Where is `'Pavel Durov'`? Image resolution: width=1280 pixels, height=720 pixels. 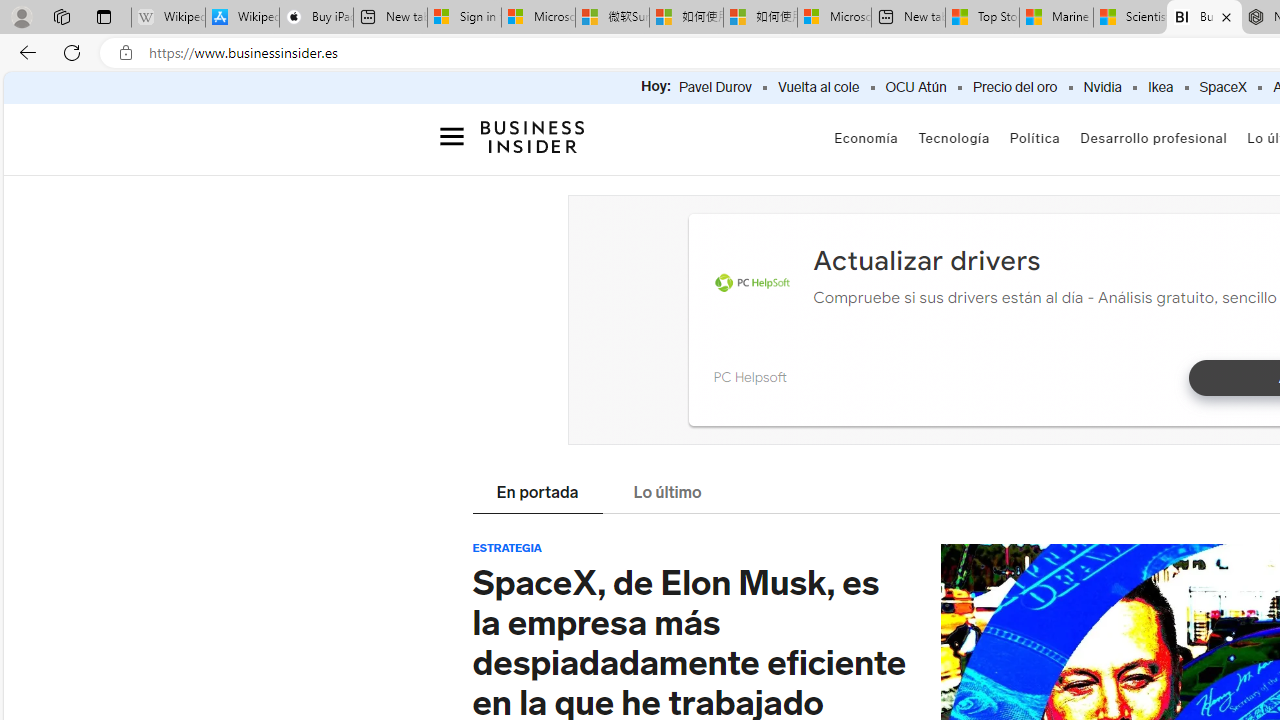 'Pavel Durov' is located at coordinates (715, 87).